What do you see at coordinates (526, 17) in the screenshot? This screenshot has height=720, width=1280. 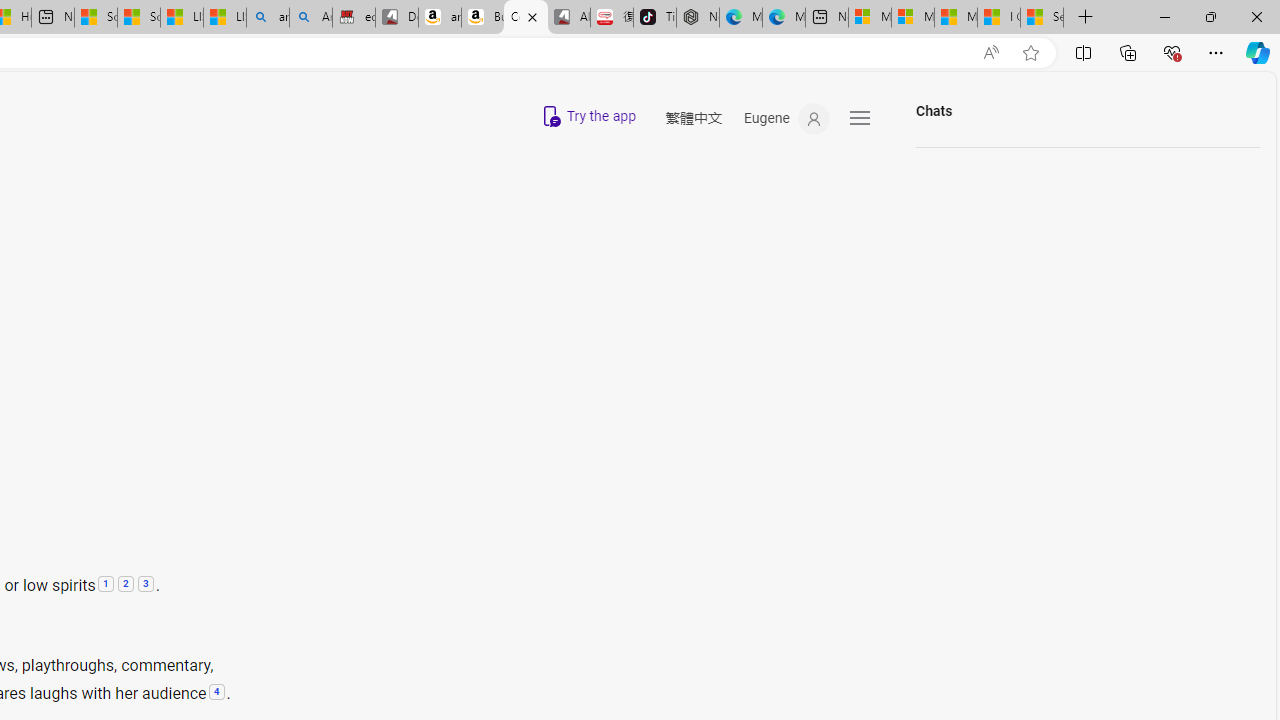 I see `'Copilot'` at bounding box center [526, 17].